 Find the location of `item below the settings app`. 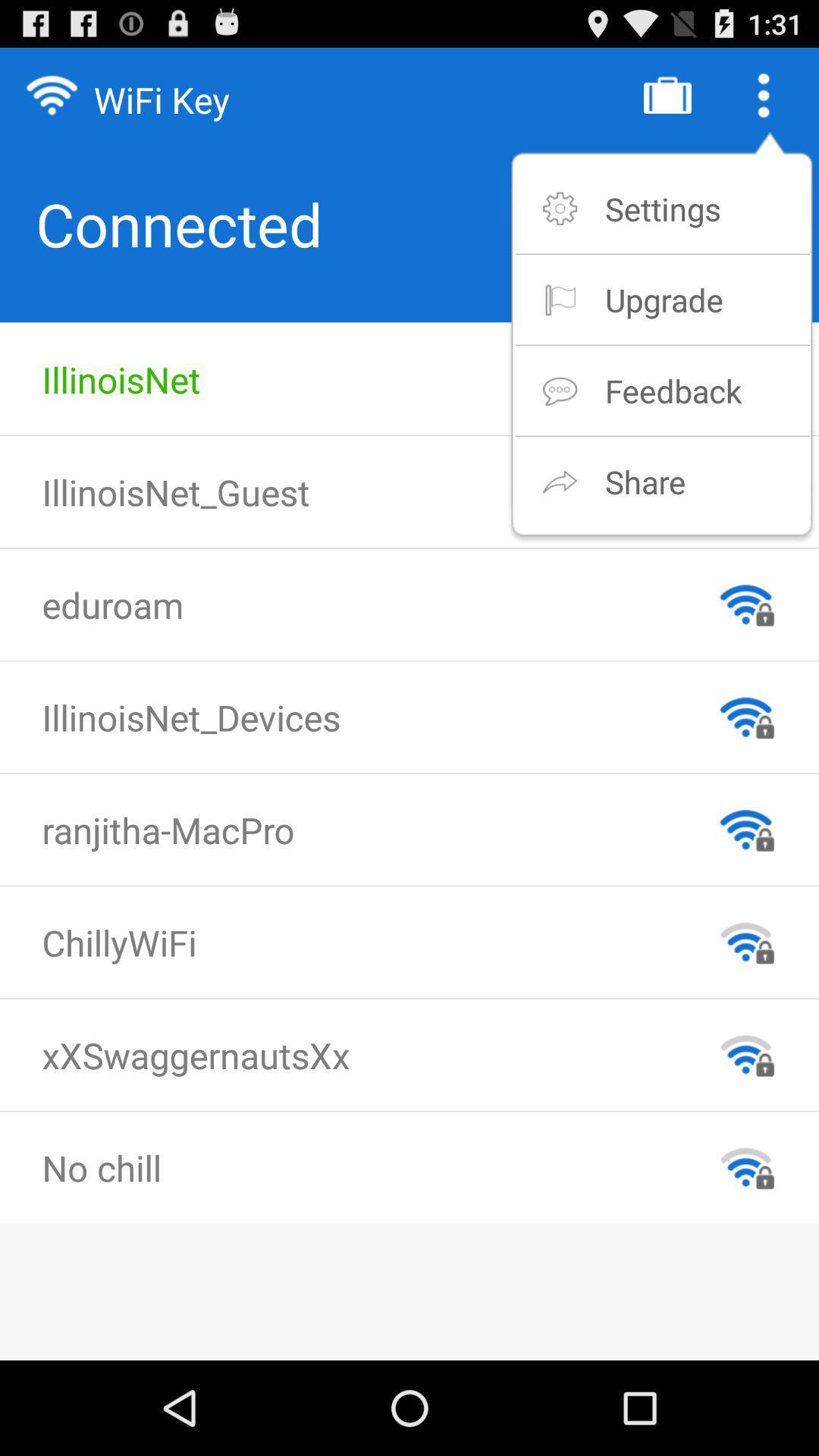

item below the settings app is located at coordinates (663, 300).